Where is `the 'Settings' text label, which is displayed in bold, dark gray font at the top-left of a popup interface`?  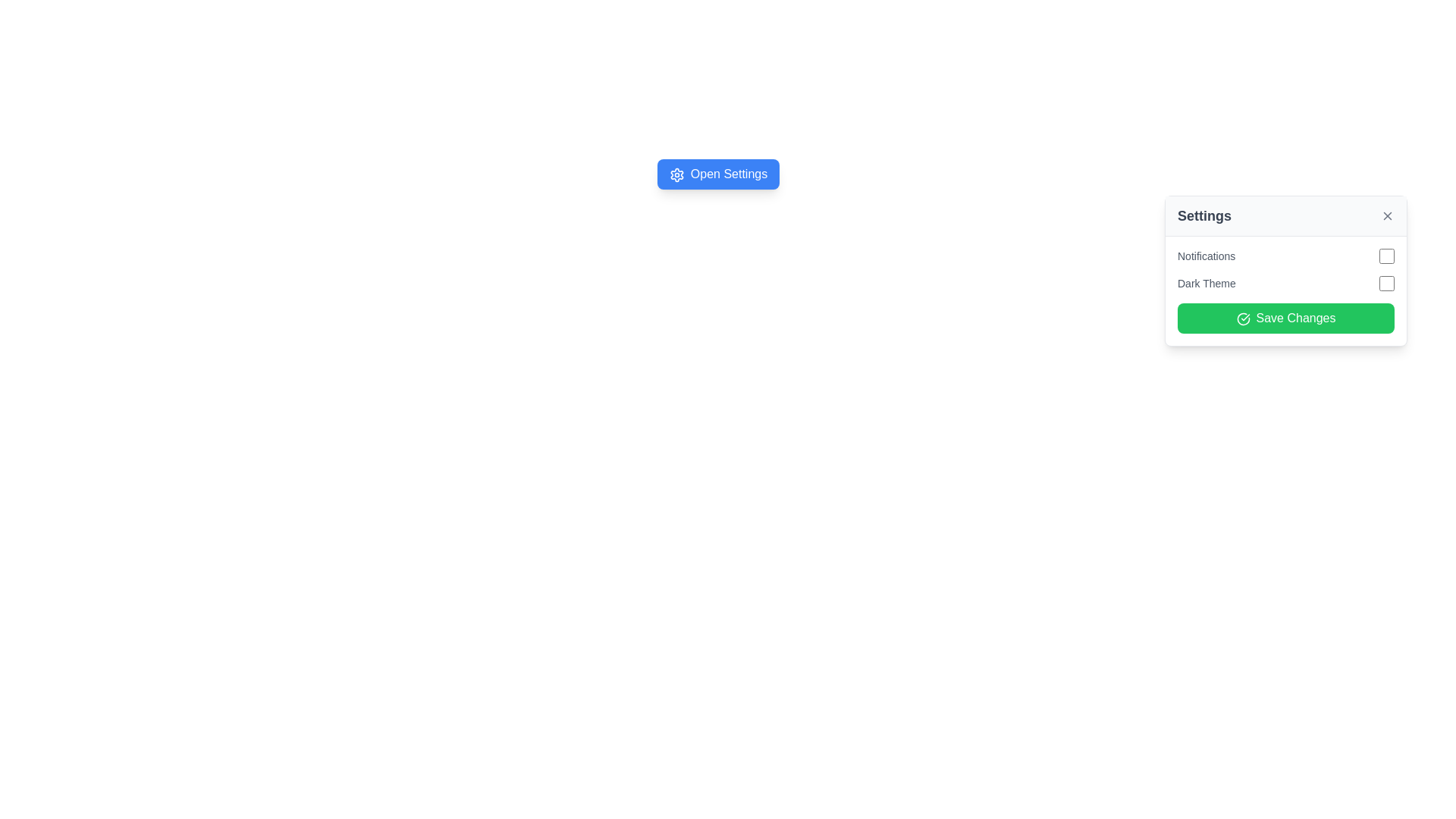
the 'Settings' text label, which is displayed in bold, dark gray font at the top-left of a popup interface is located at coordinates (1203, 216).